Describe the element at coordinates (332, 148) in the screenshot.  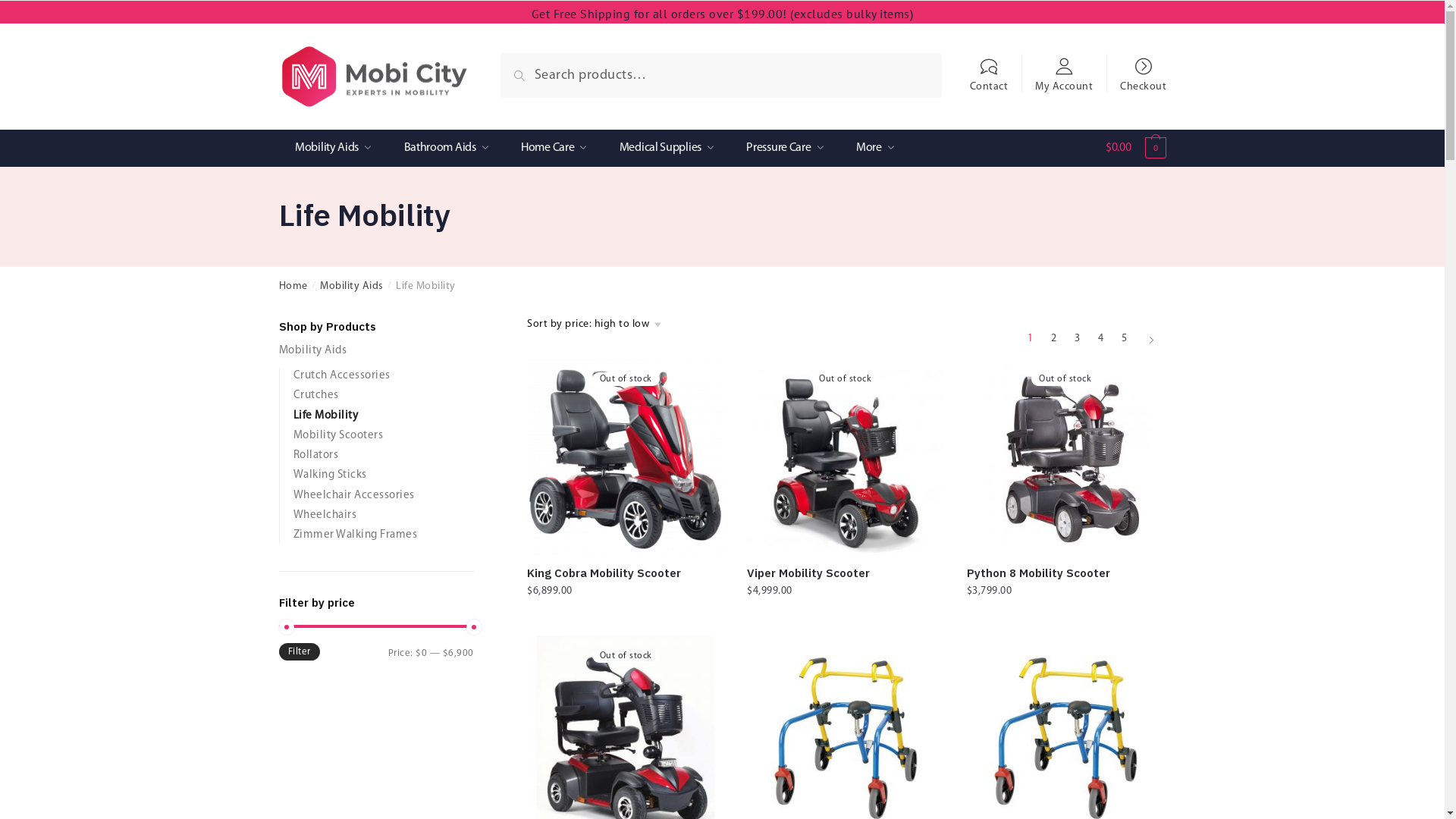
I see `'Mobility Aids'` at that location.